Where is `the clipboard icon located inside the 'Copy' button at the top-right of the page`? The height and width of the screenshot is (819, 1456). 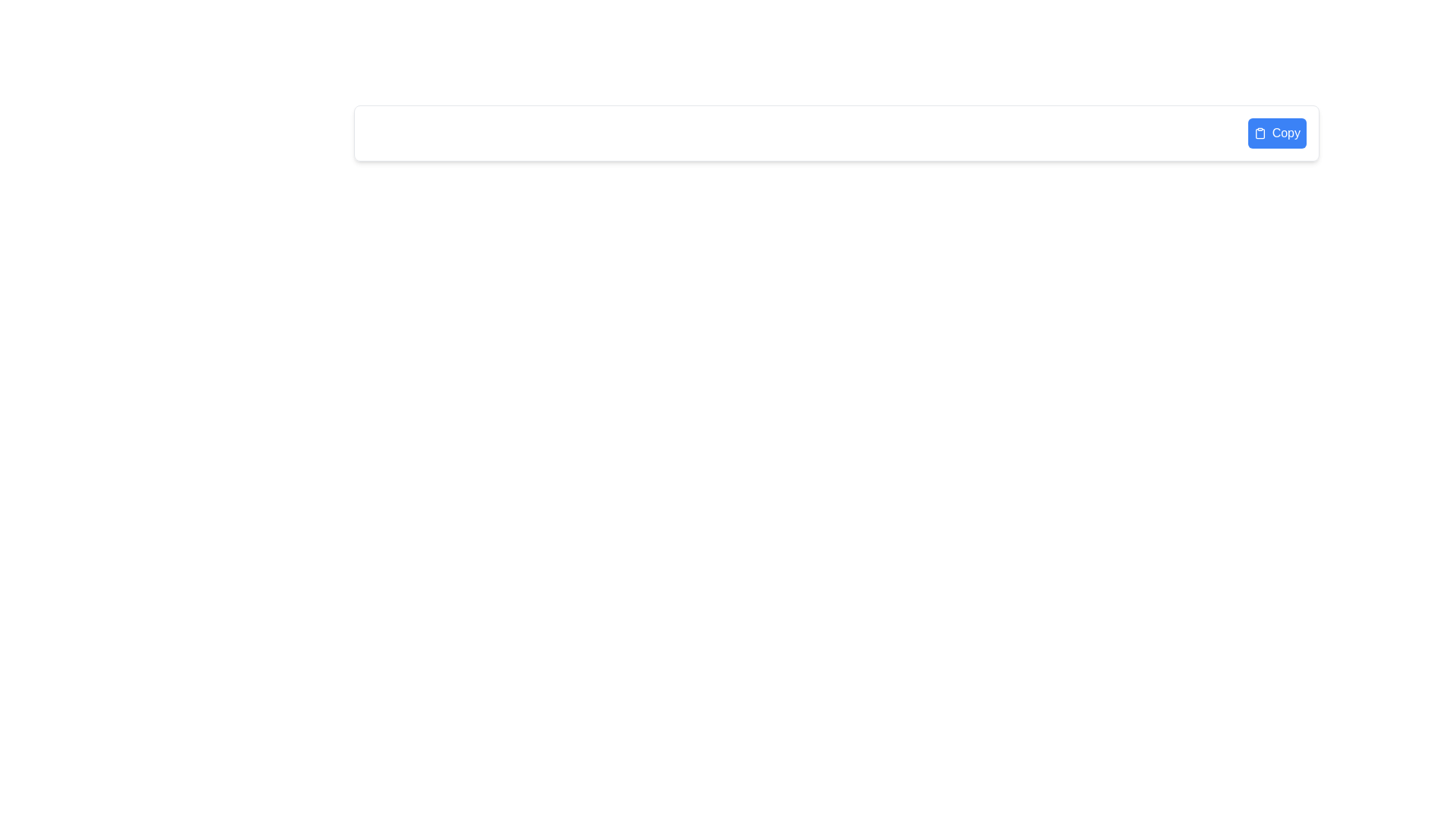
the clipboard icon located inside the 'Copy' button at the top-right of the page is located at coordinates (1260, 133).